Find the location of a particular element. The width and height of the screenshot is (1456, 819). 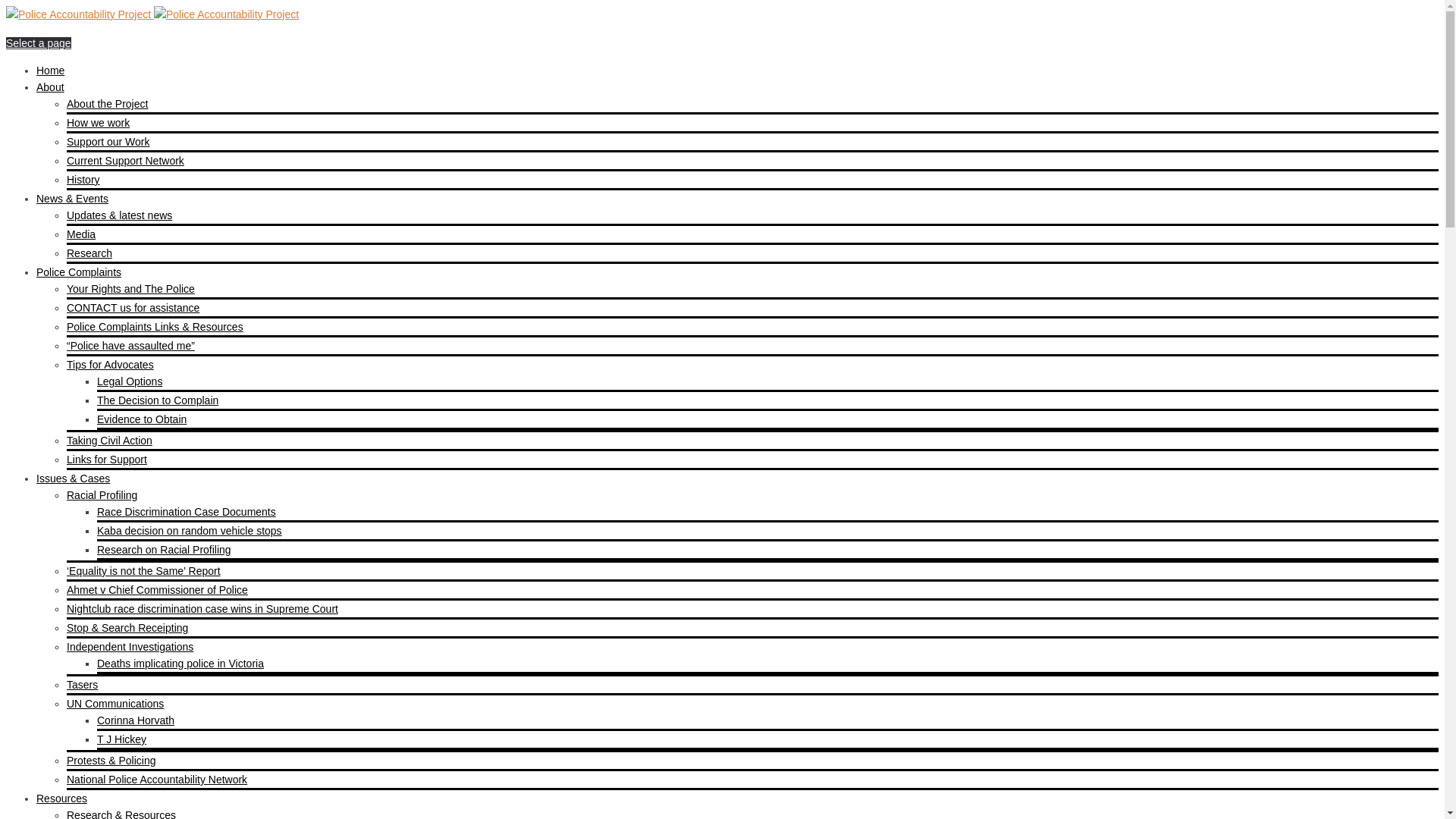

'Race Discrimination Case Documents' is located at coordinates (185, 512).